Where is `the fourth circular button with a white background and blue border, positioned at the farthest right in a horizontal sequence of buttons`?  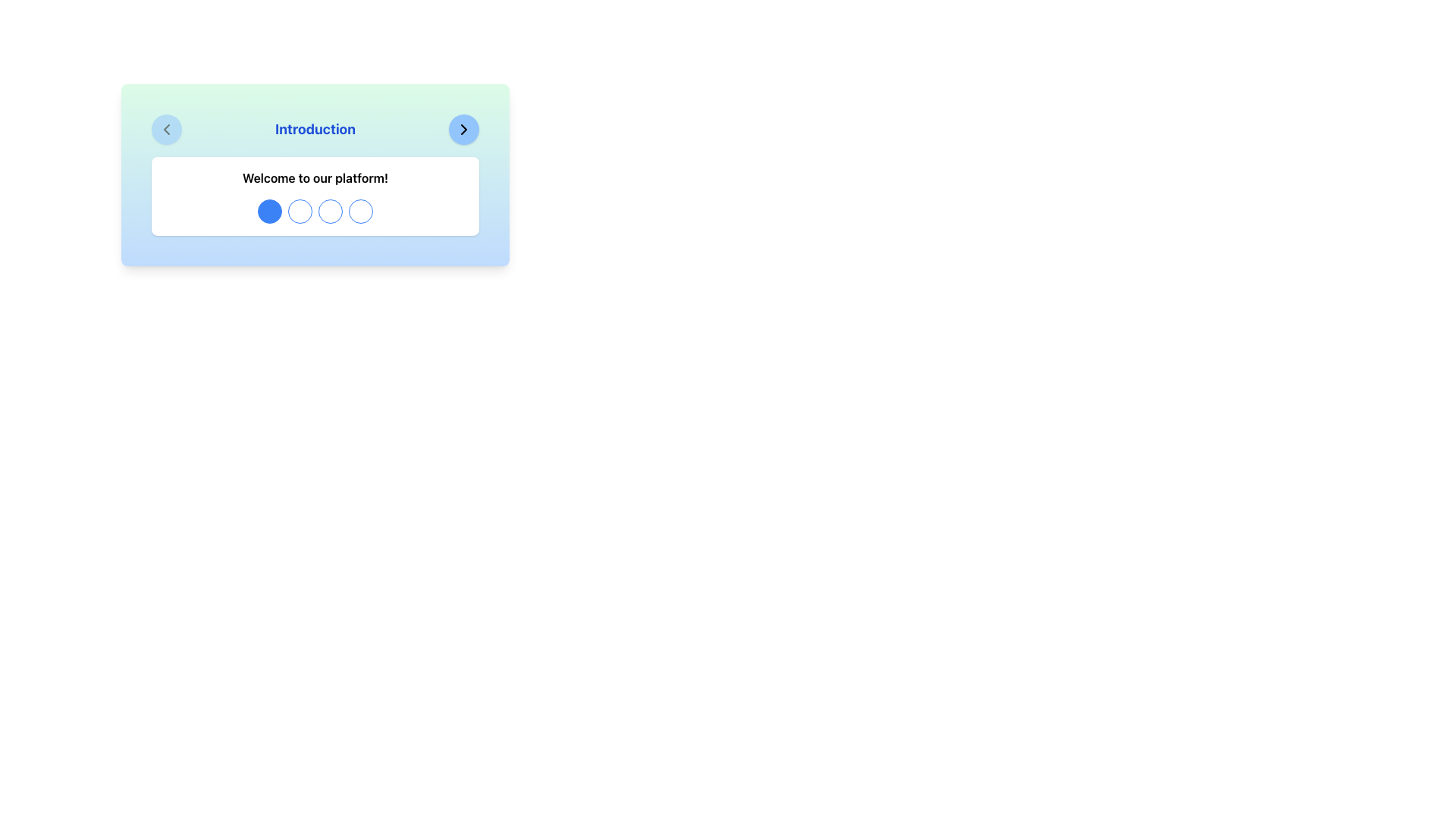 the fourth circular button with a white background and blue border, positioned at the farthest right in a horizontal sequence of buttons is located at coordinates (359, 211).